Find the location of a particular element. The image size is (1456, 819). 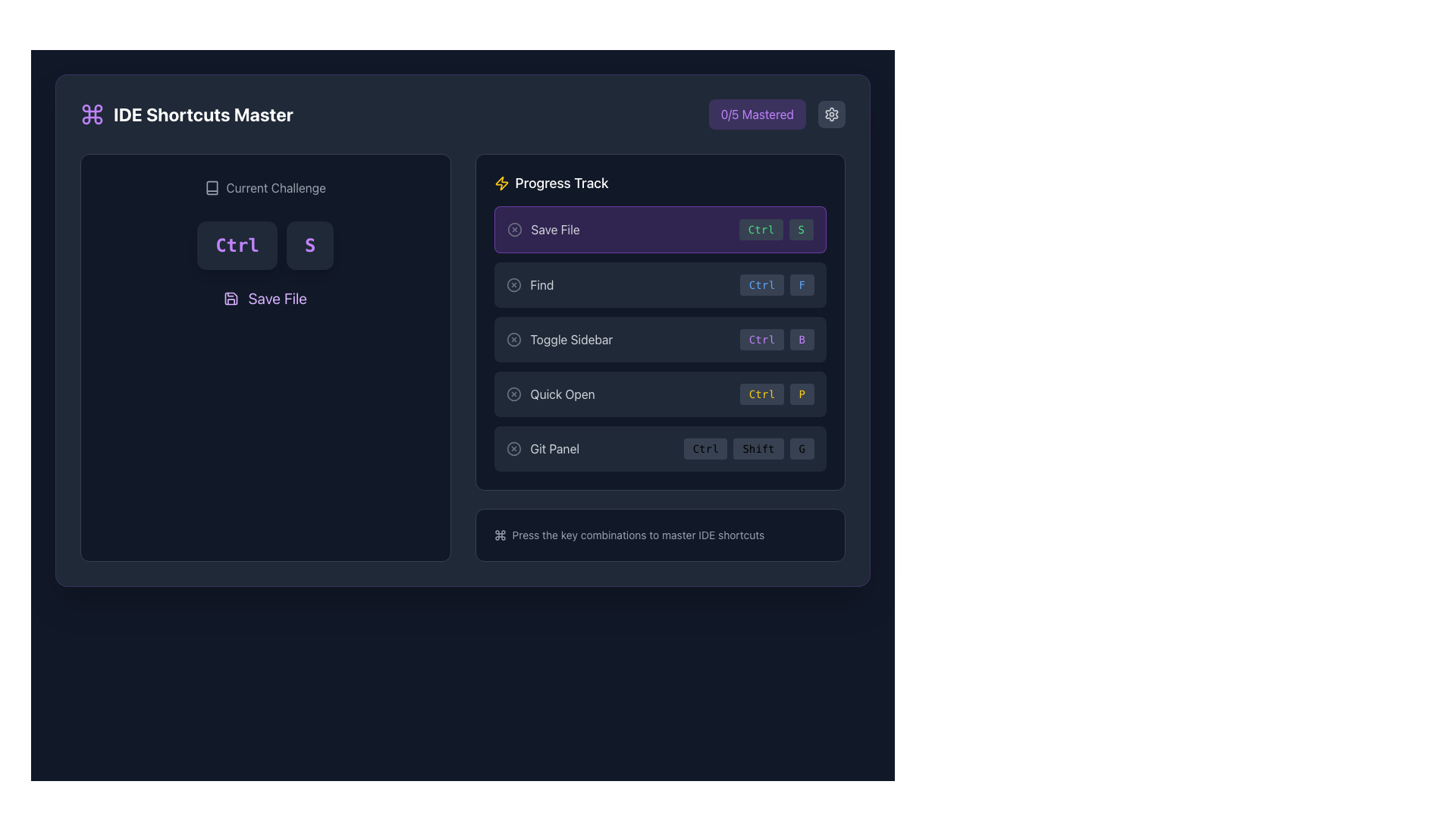

the 'Git Panel' text label located in the 'Progress Track' section, positioned adjacent to a gray circular icon with a cross mark is located at coordinates (554, 447).